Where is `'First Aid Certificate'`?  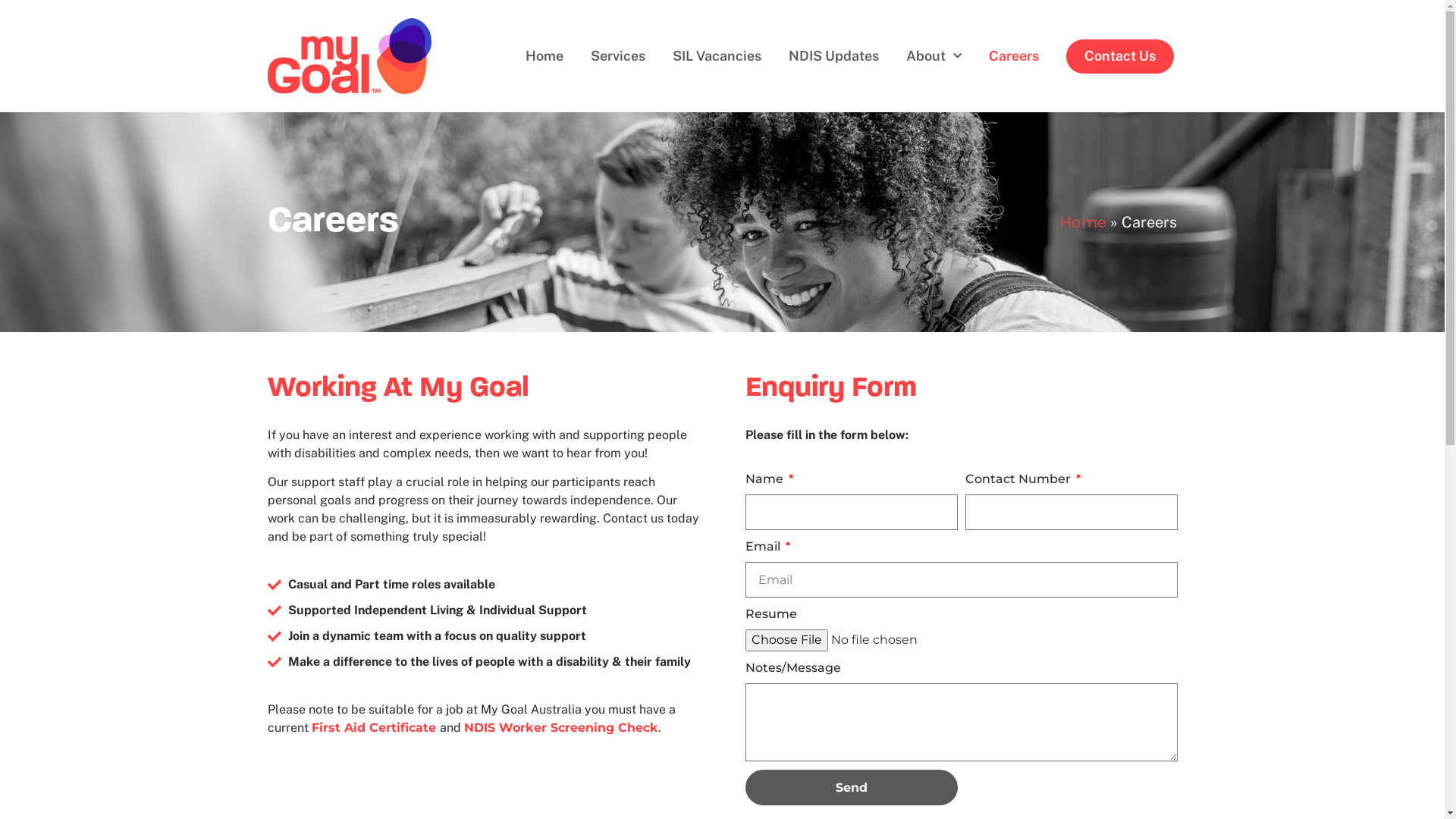
'First Aid Certificate' is located at coordinates (375, 726).